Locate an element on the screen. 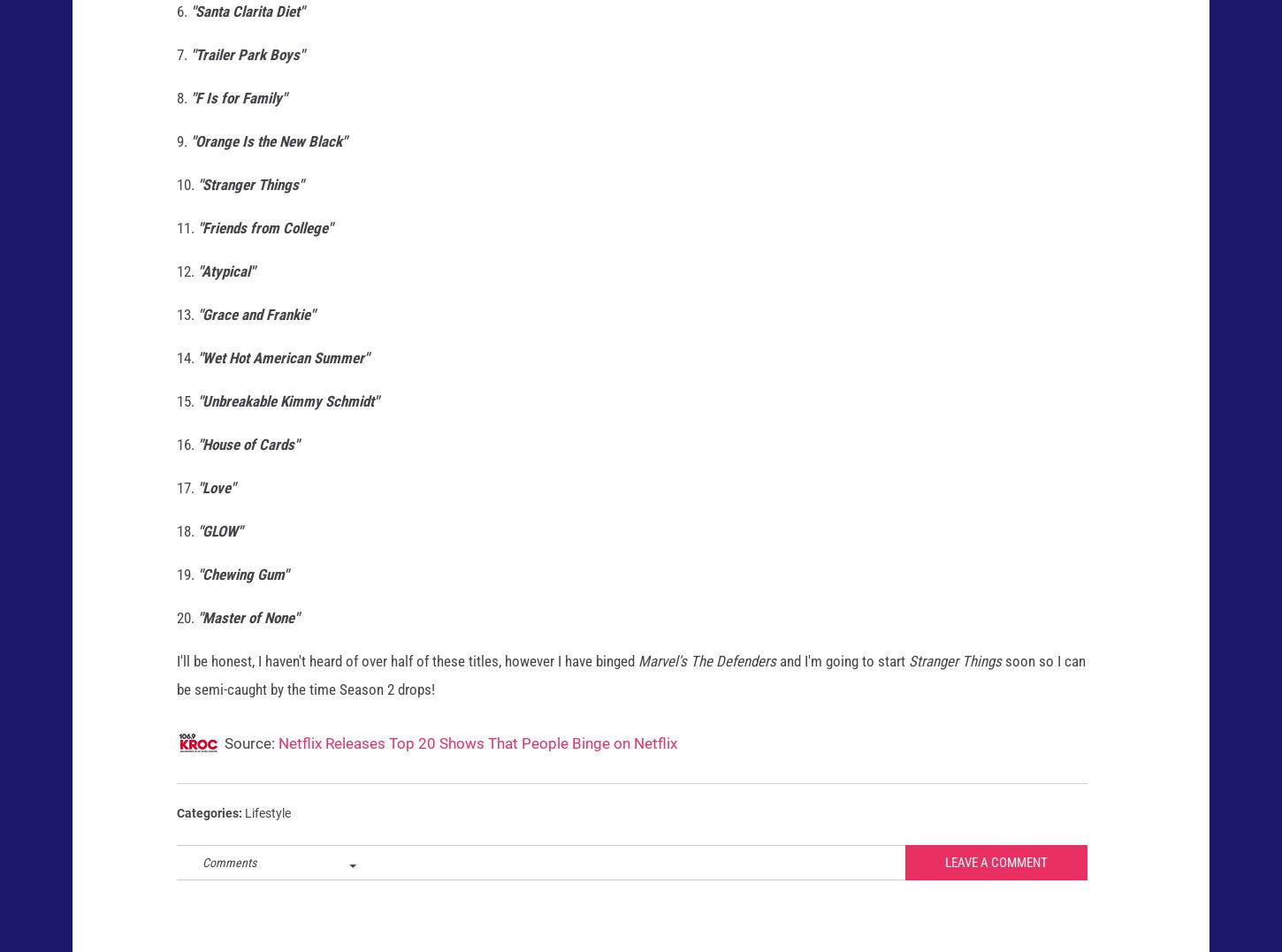 The width and height of the screenshot is (1282, 952). 'Leave A Comment' is located at coordinates (995, 878).